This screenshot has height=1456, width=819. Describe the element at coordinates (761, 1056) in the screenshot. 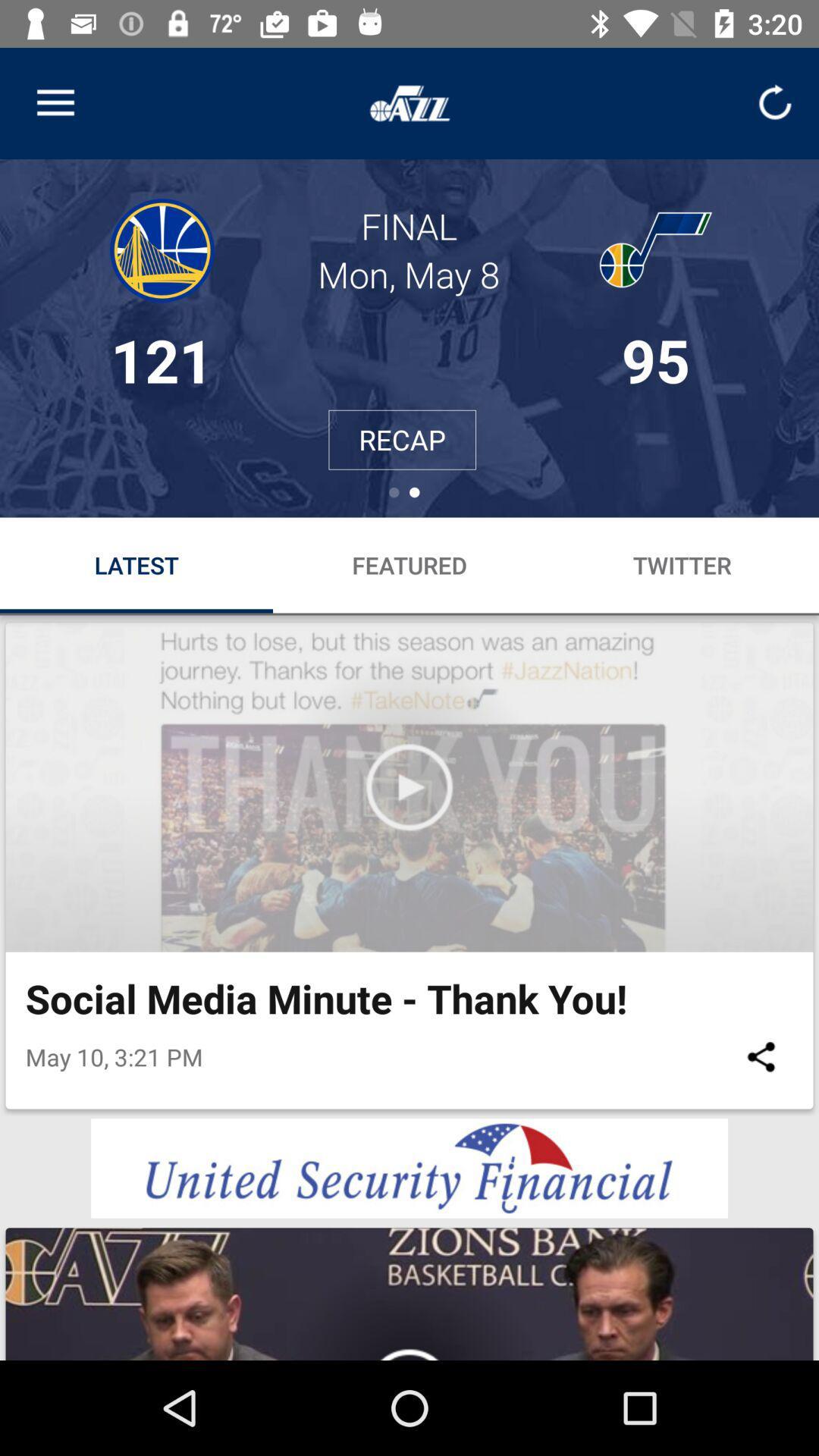

I see `the share icon` at that location.